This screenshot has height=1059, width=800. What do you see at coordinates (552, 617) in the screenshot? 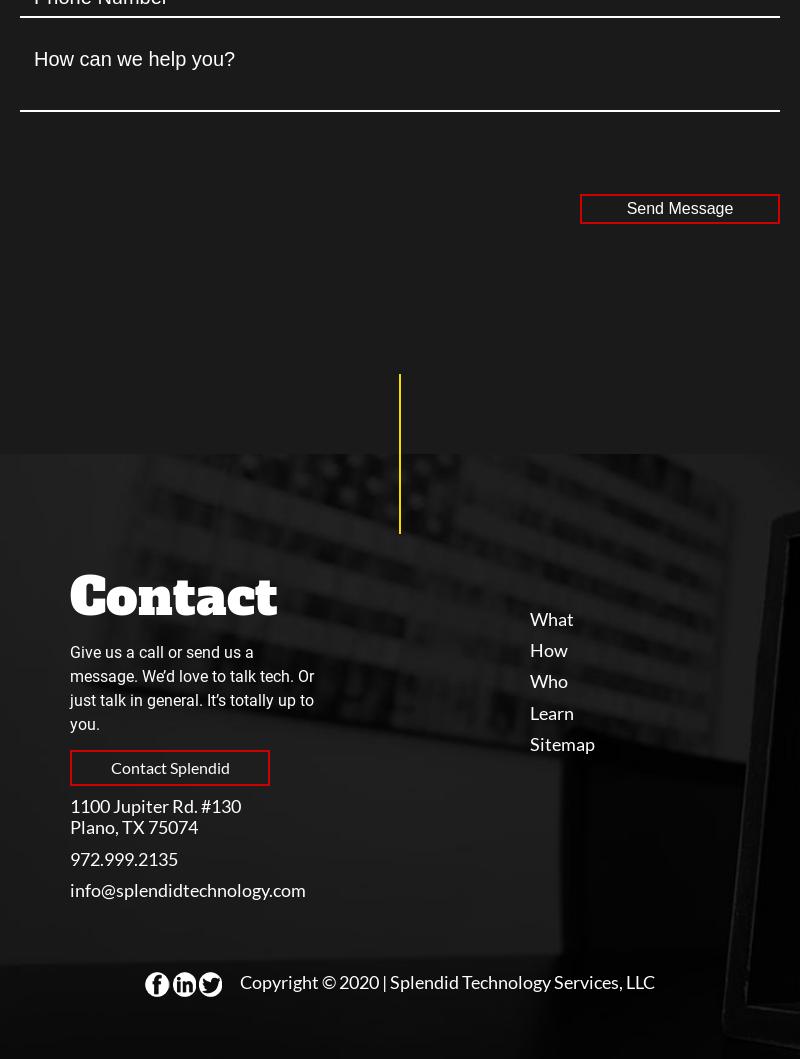
I see `'What'` at bounding box center [552, 617].